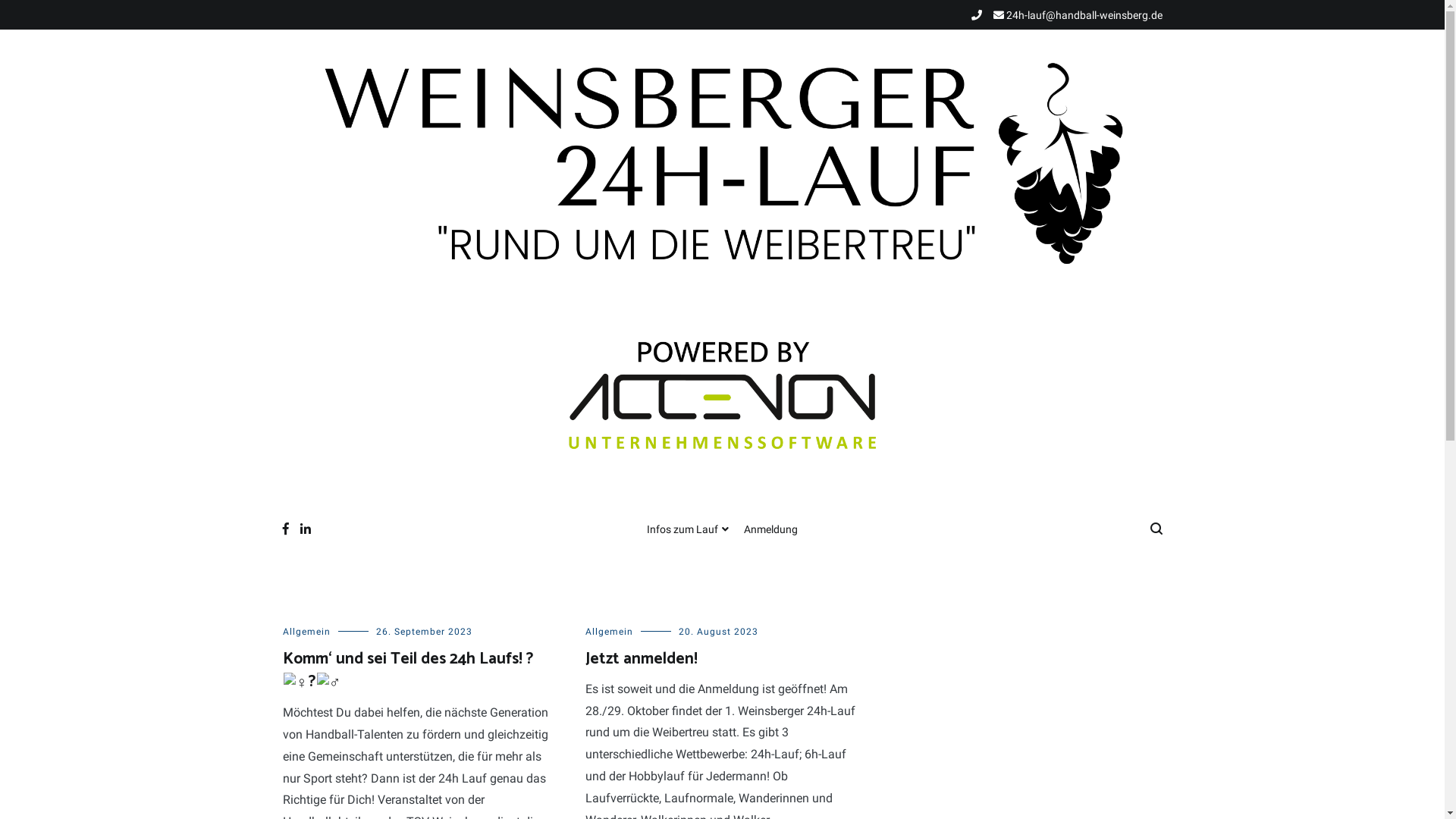 Image resolution: width=1456 pixels, height=819 pixels. I want to click on 'Infos zum Lauf', so click(687, 529).